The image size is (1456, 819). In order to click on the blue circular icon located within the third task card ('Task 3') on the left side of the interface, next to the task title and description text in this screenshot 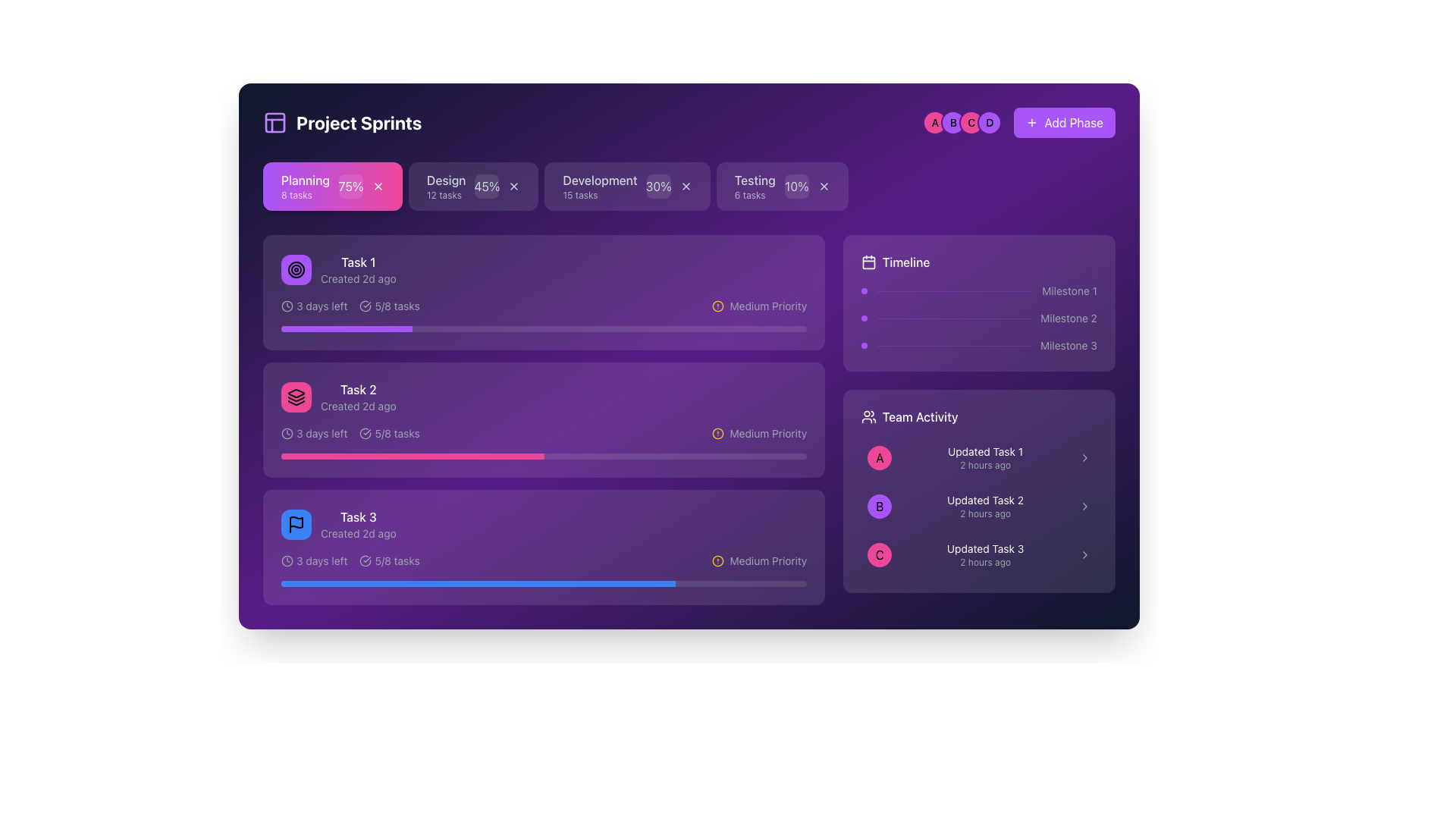, I will do `click(296, 523)`.